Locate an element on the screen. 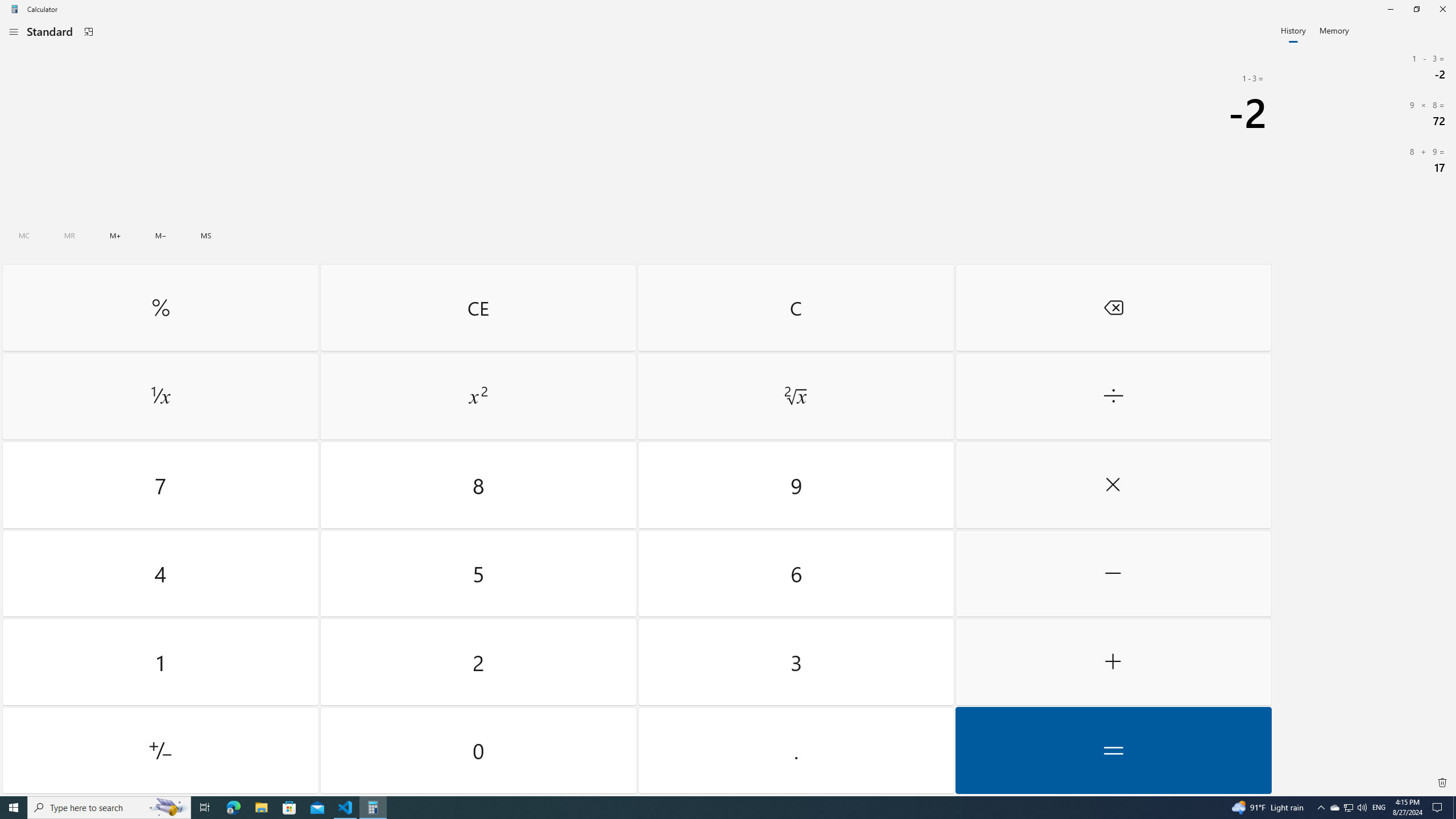 This screenshot has height=819, width=1456. 'Visual Studio Code - 1 running window' is located at coordinates (345, 806).